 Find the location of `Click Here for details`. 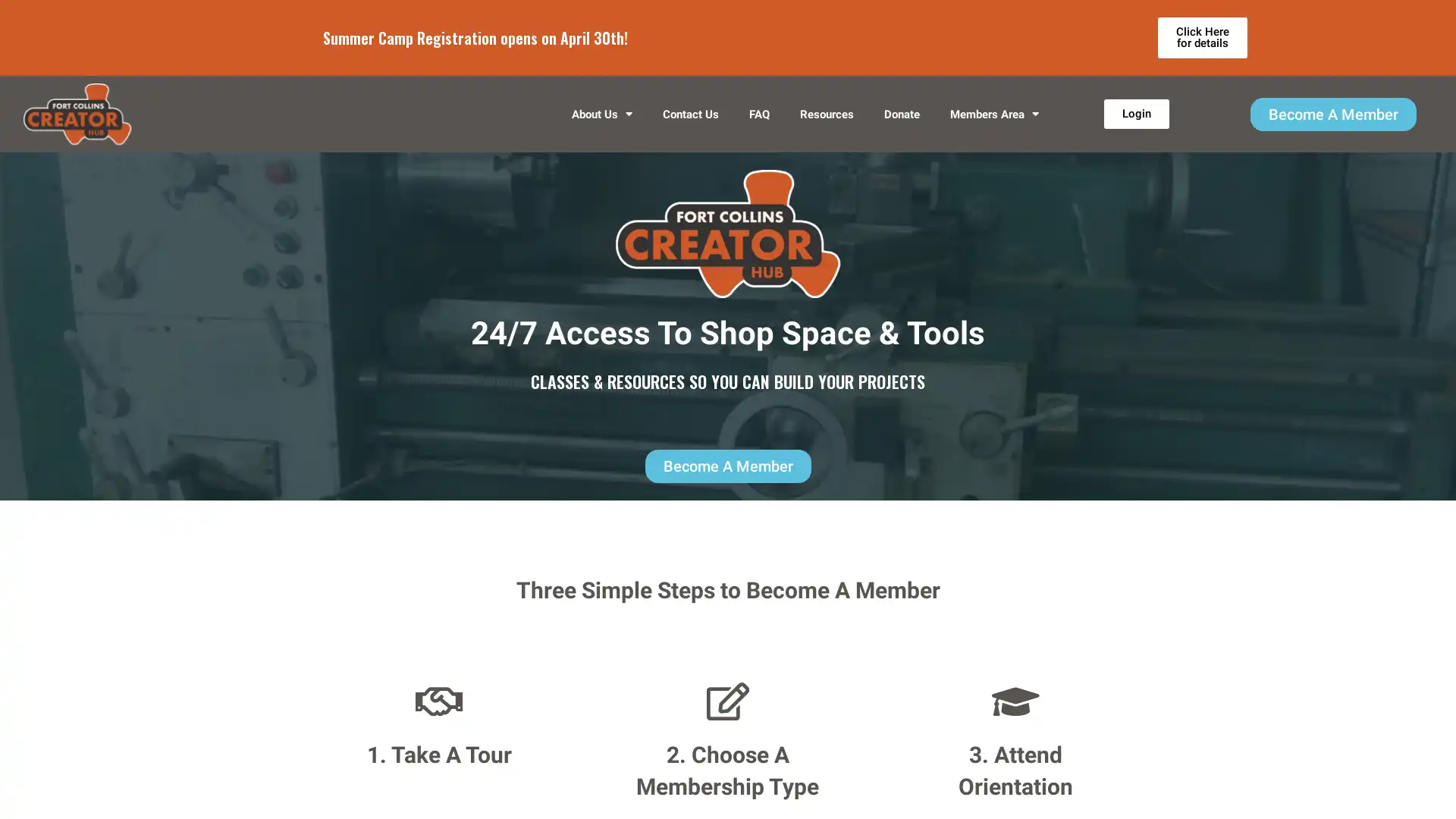

Click Here for details is located at coordinates (1201, 37).